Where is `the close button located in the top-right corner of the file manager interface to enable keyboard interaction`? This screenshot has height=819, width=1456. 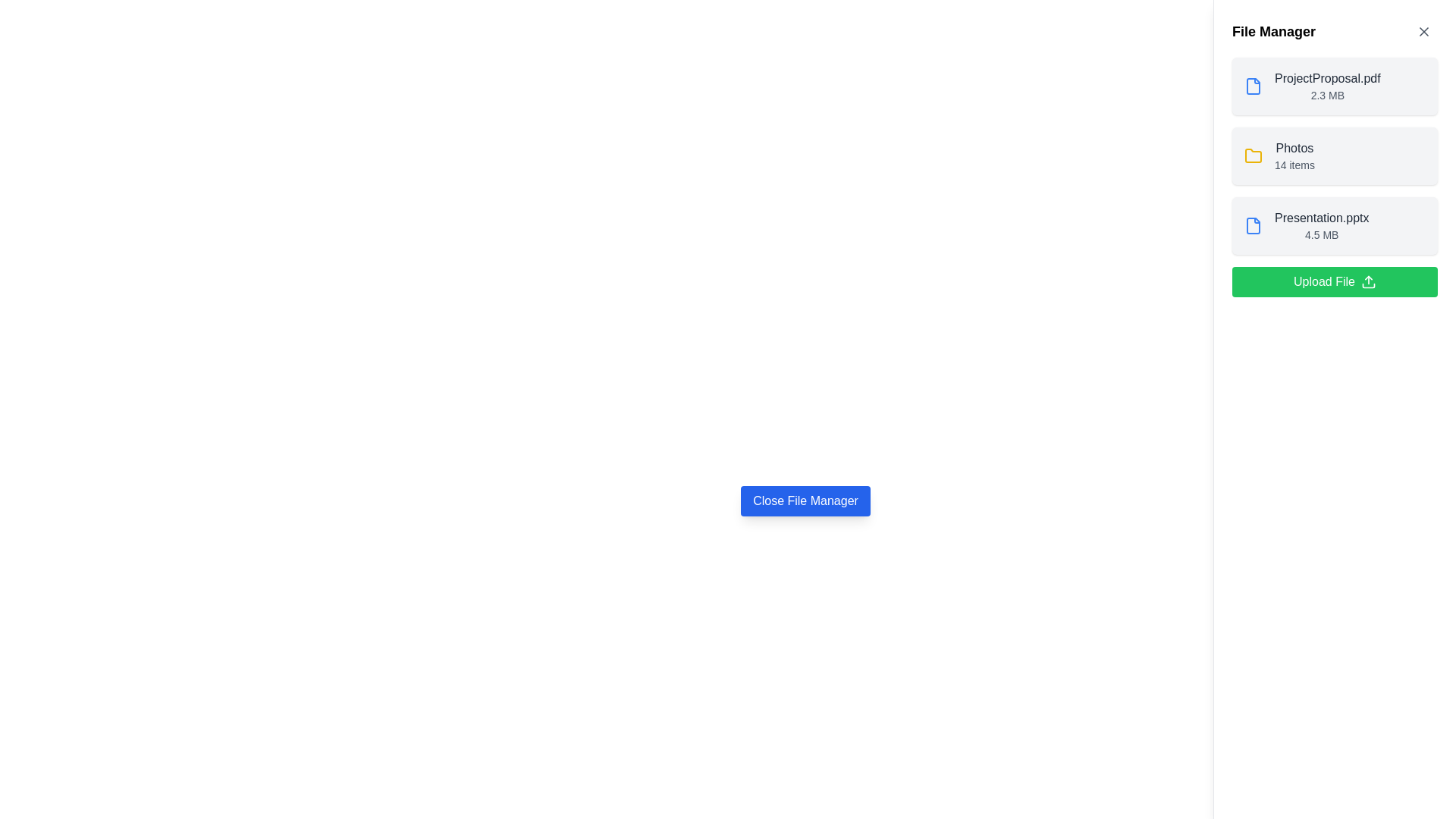
the close button located in the top-right corner of the file manager interface to enable keyboard interaction is located at coordinates (1423, 32).